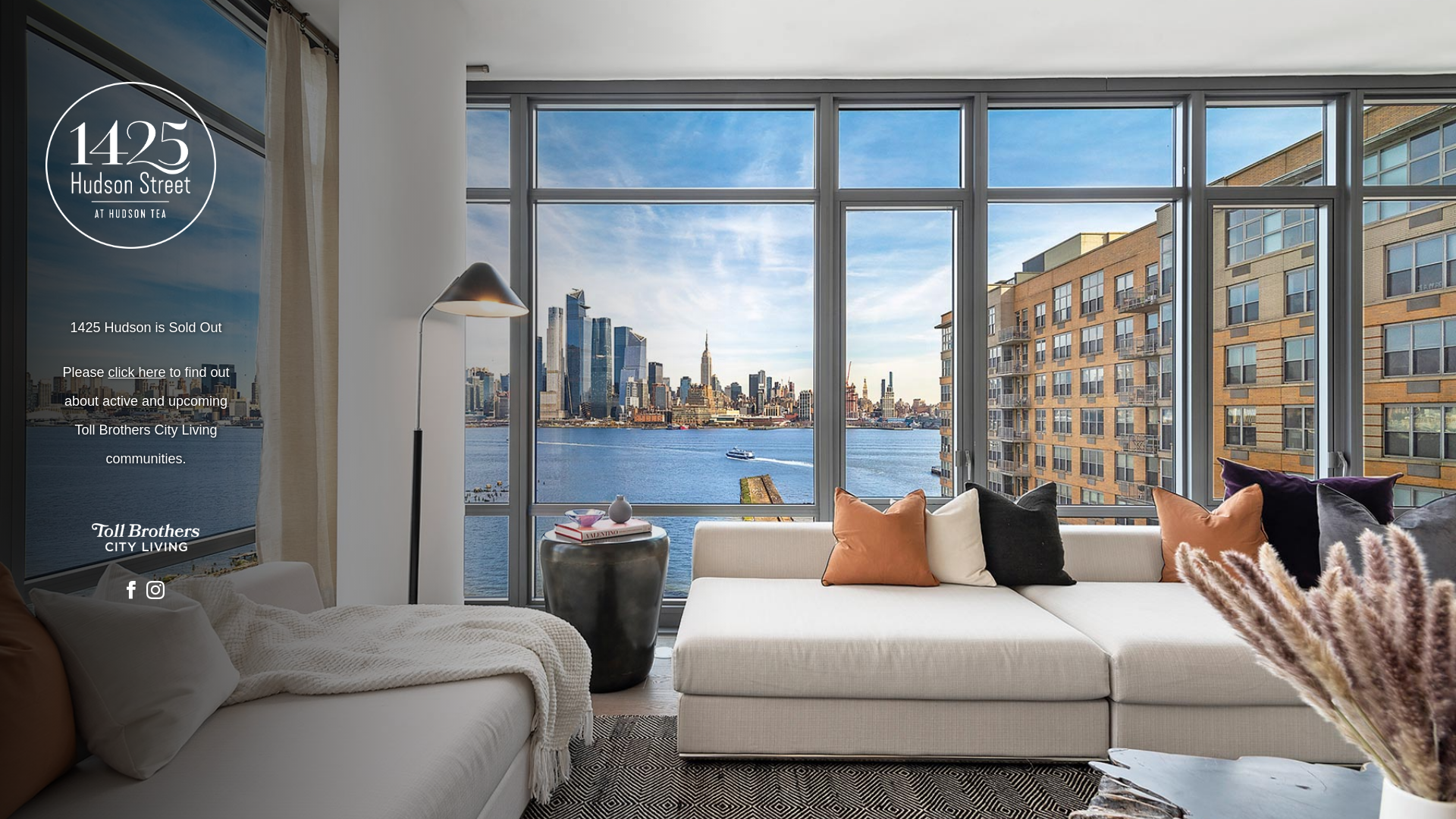 Image resolution: width=1456 pixels, height=819 pixels. I want to click on 'Visit our Facebook Page', so click(127, 589).